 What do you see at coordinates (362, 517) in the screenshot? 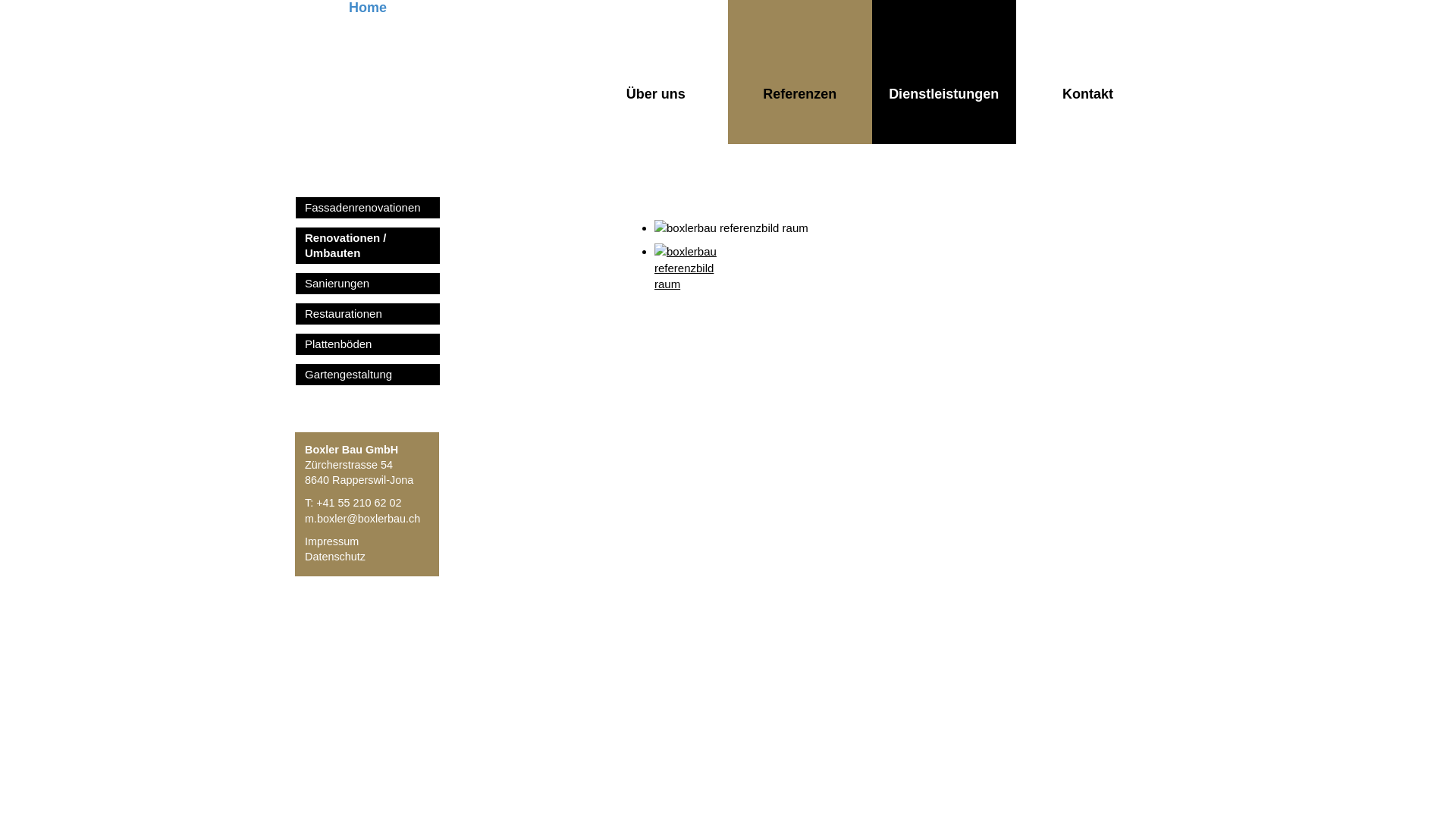
I see `'m.boxler@boxlerbau.ch'` at bounding box center [362, 517].